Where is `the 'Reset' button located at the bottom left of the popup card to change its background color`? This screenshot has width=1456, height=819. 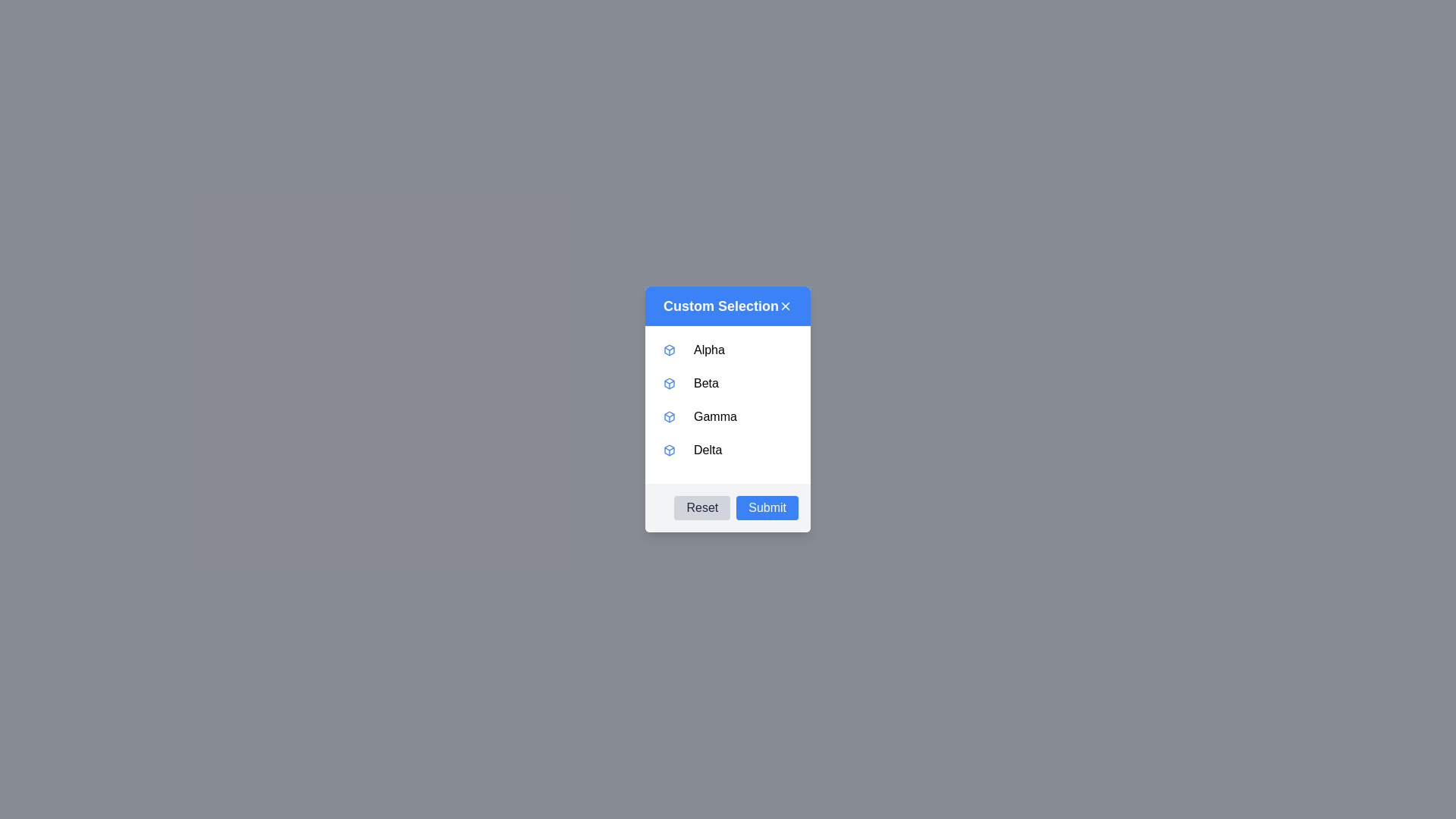 the 'Reset' button located at the bottom left of the popup card to change its background color is located at coordinates (701, 508).